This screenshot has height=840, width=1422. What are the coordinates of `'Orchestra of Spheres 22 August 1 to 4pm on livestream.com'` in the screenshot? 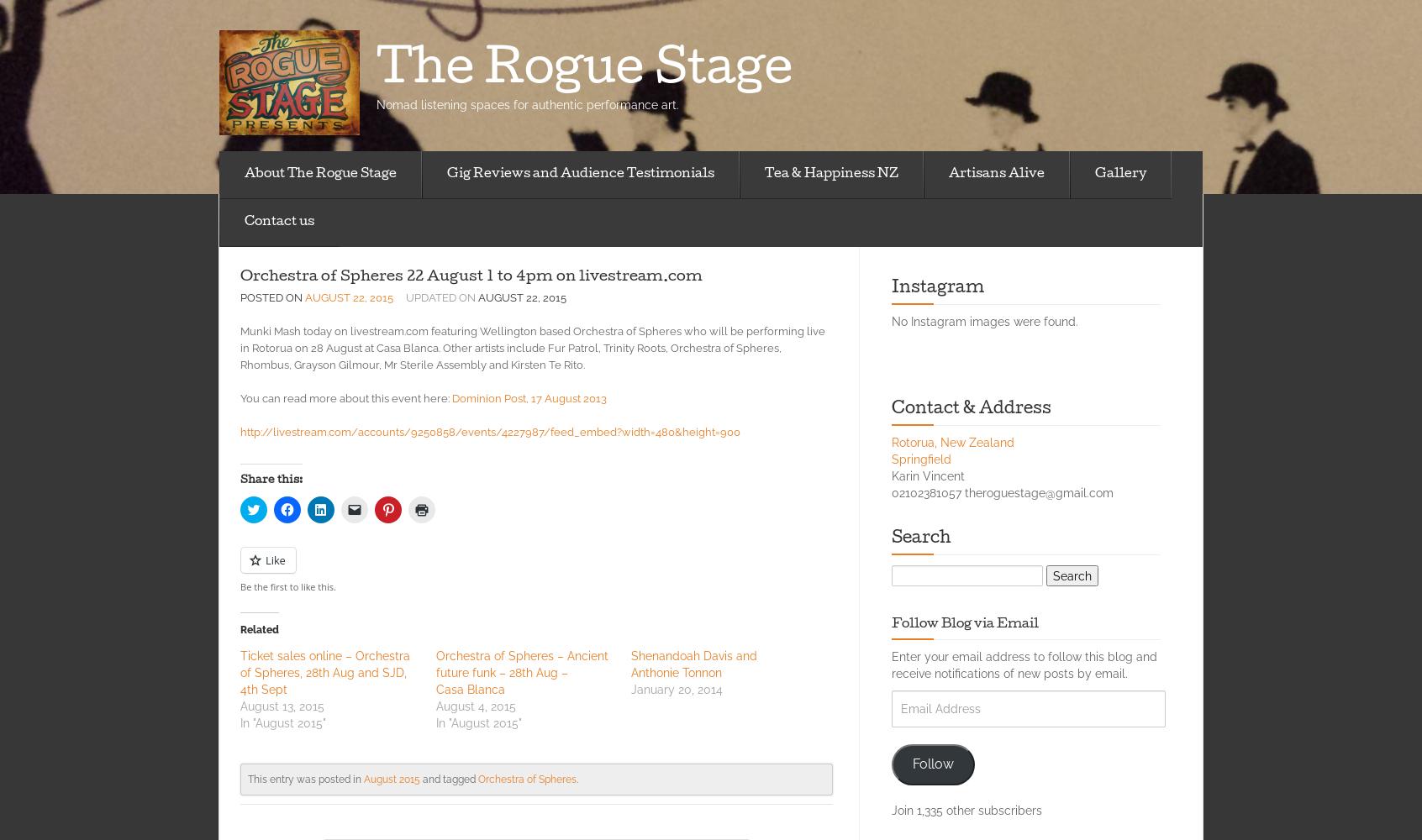 It's located at (239, 276).